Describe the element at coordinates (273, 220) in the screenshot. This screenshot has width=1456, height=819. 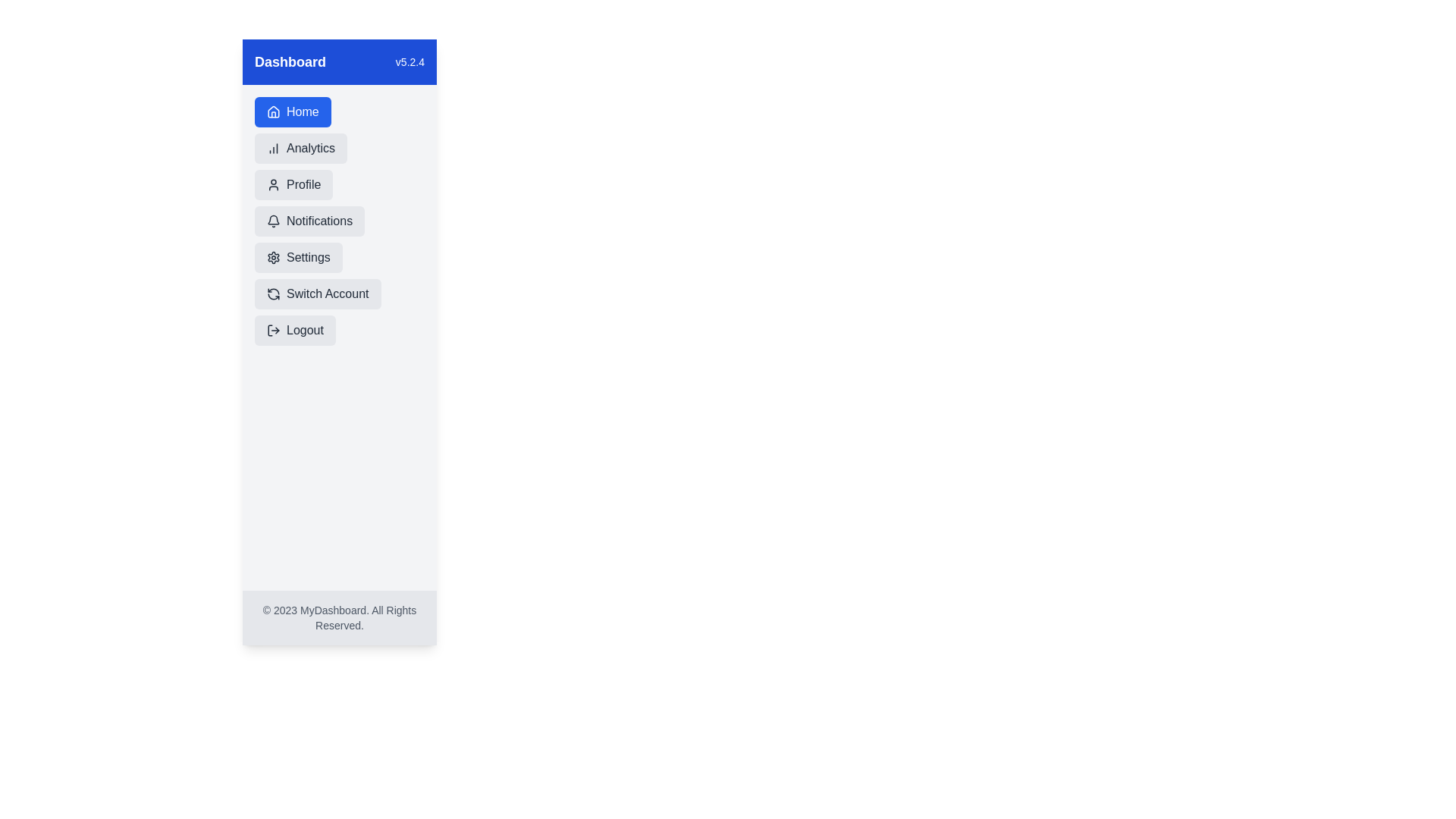
I see `the bell icon located fourth from the top in the vertical navigation menu` at that location.